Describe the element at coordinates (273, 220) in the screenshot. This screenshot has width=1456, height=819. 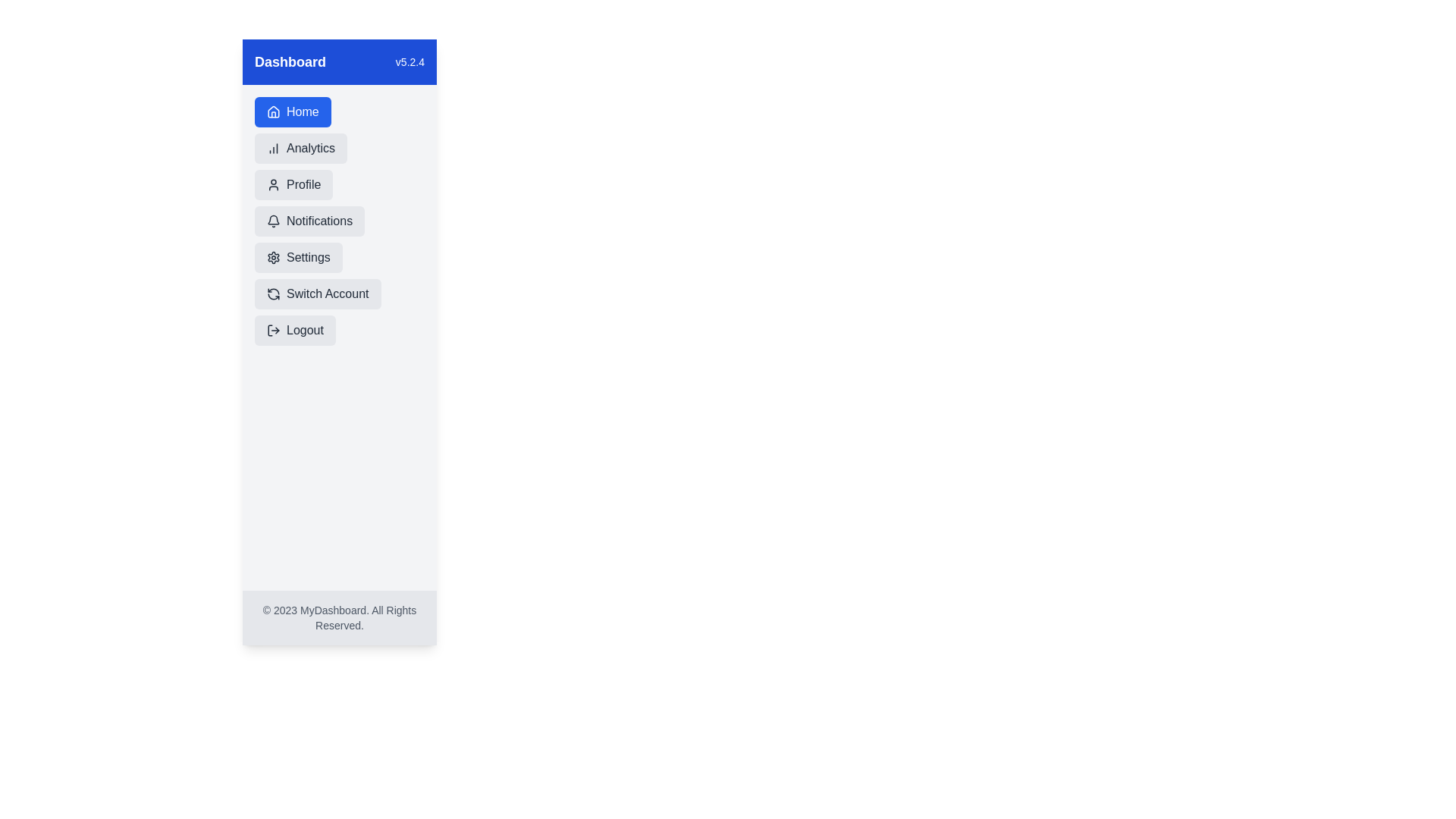
I see `the bell icon located fourth from the top in the vertical navigation menu` at that location.